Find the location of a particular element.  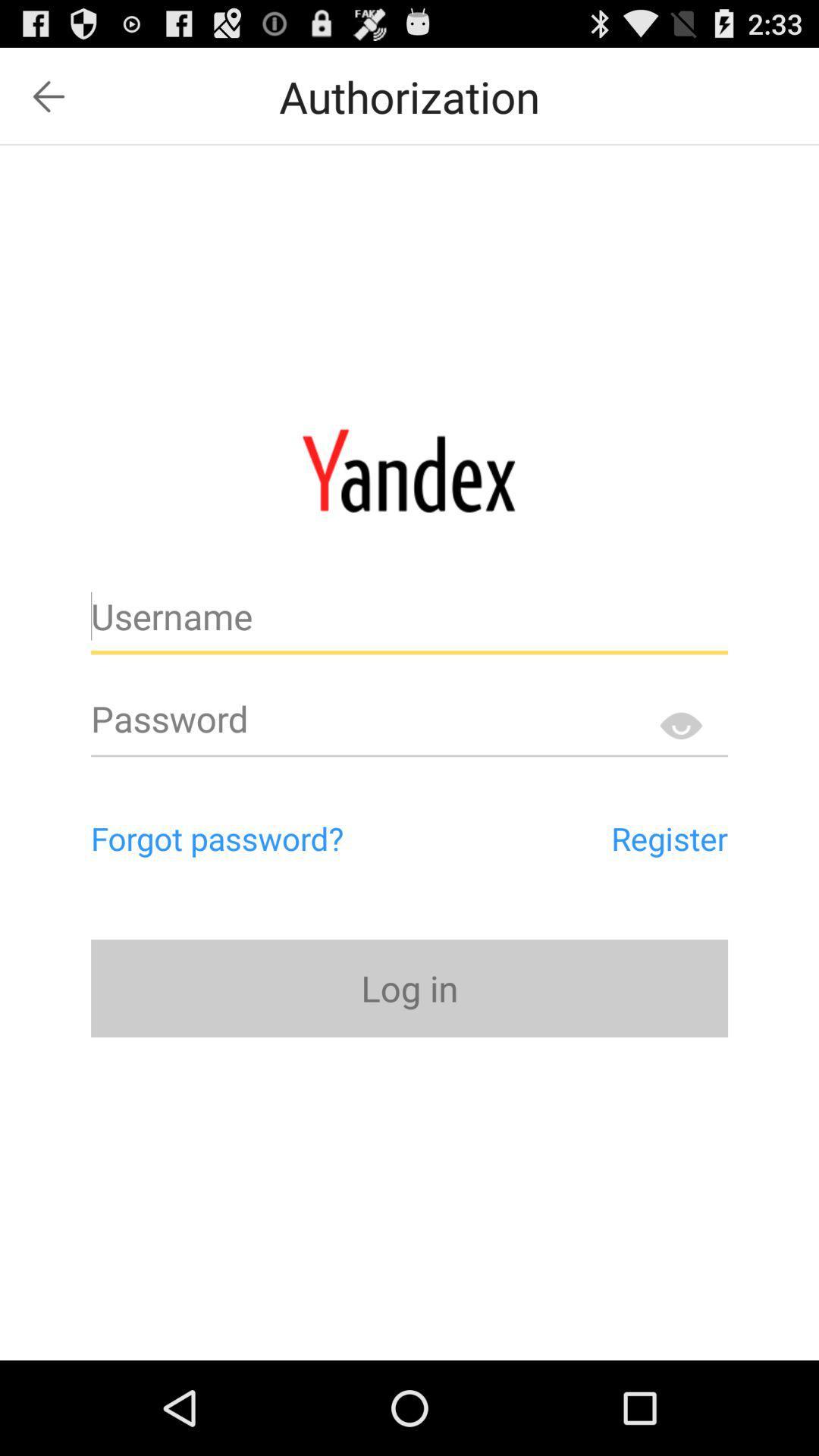

show password is located at coordinates (679, 724).